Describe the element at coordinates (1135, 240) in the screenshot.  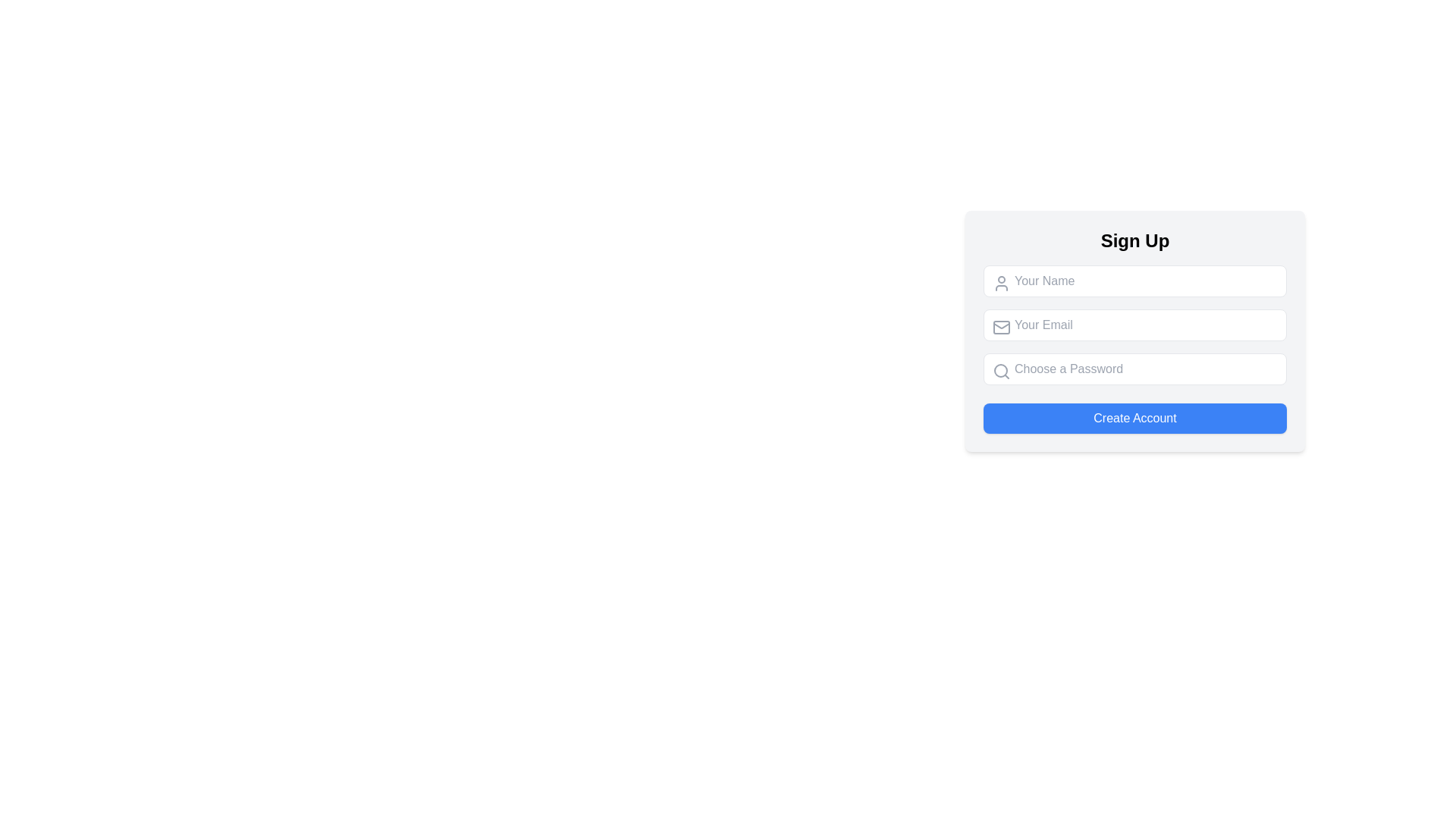
I see `text label 'Sign Up' which is prominently displayed at the top center of the card layout with a light gray background` at that location.